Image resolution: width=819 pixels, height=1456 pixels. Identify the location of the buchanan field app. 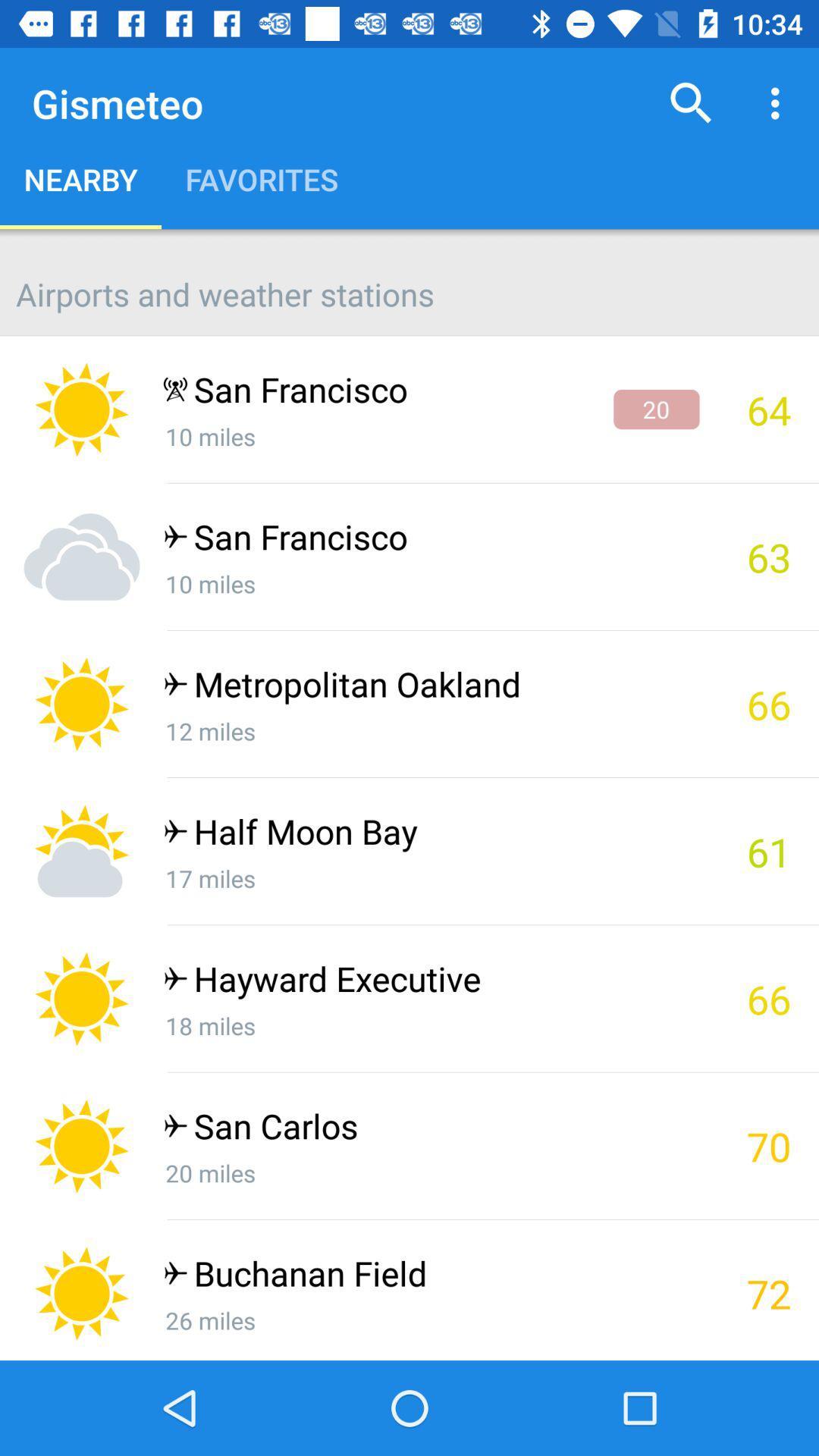
(431, 1276).